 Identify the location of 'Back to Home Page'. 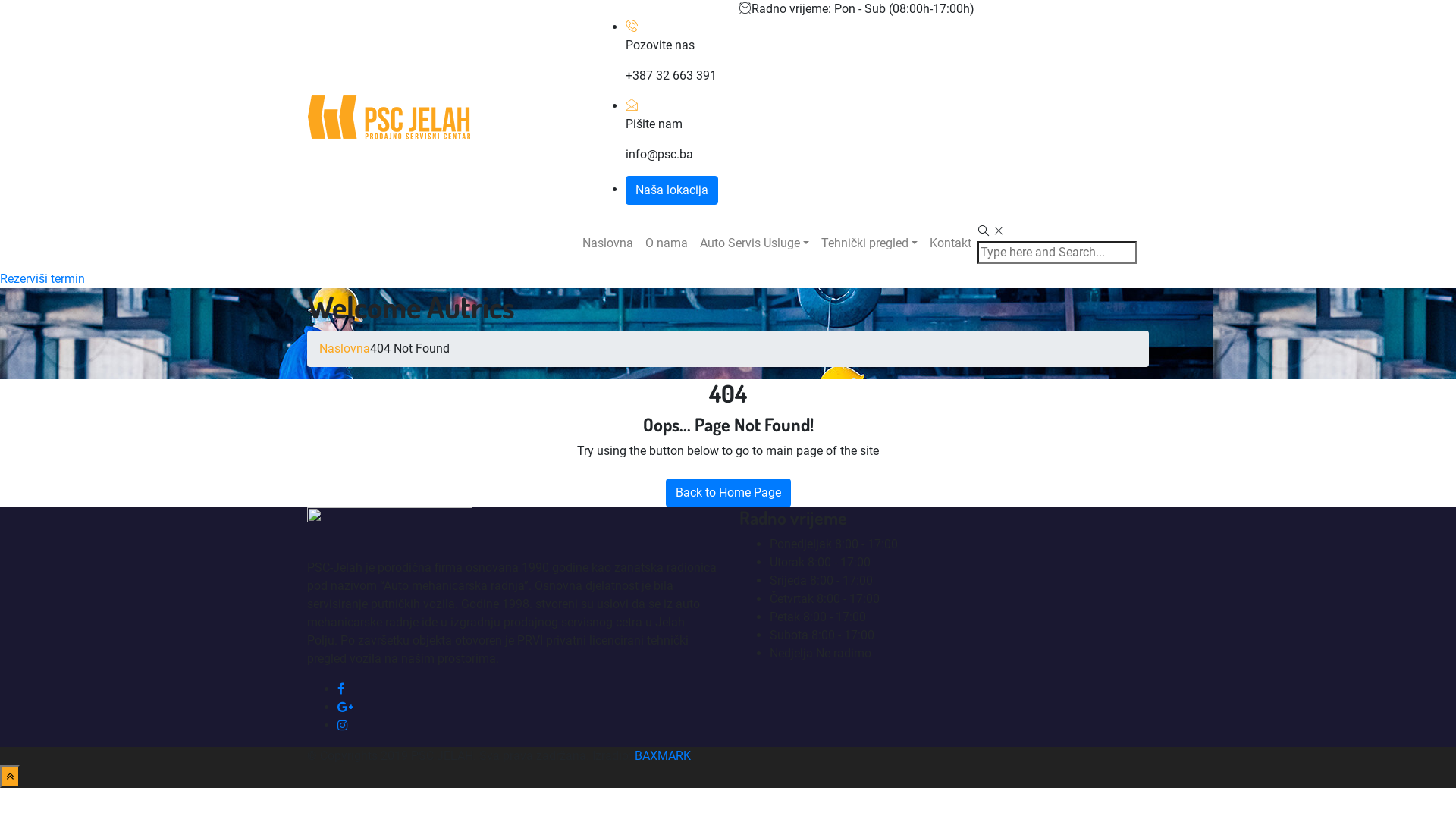
(728, 493).